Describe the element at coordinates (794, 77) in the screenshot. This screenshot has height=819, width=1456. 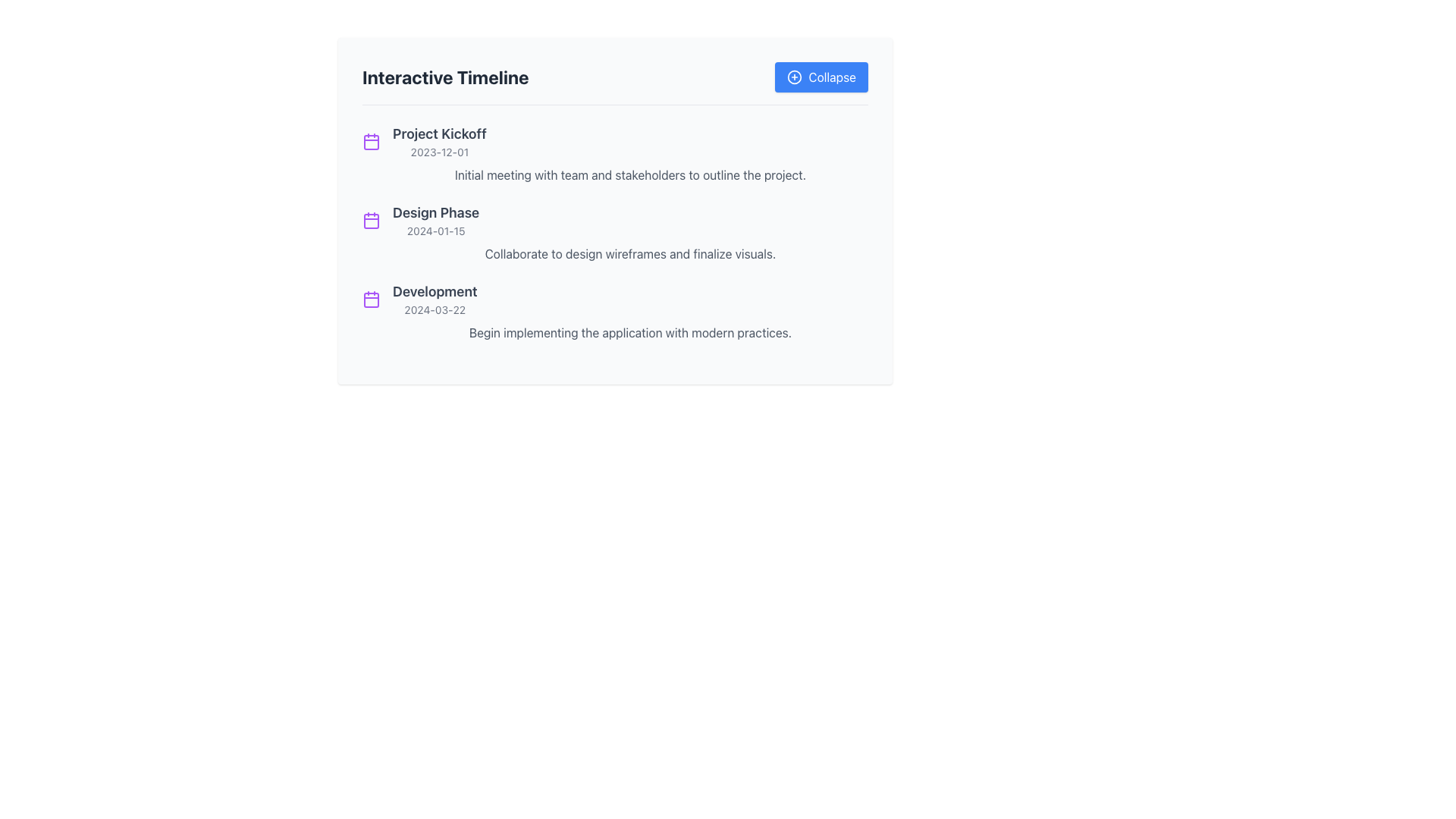
I see `the circular component of the plus icon located in the top-right corner of the 'Interactive Timeline' header, which is used for expanding or collapsing the associated panel` at that location.